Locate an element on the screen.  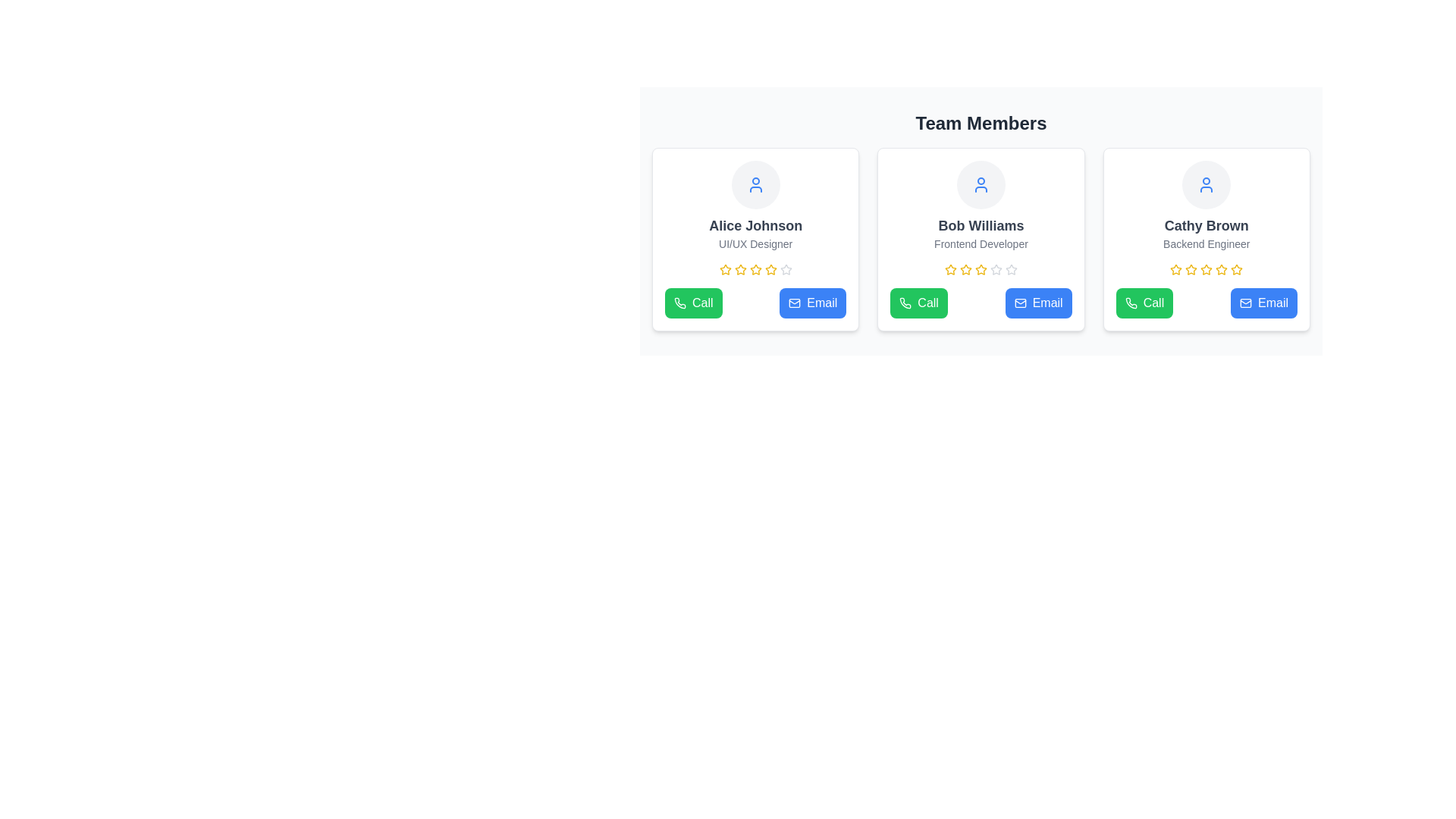
the fourth star icon in the five-star rating system located beneath 'Alice Johnson' and 'UI/UX Designer' in the leftmost profile card is located at coordinates (755, 268).